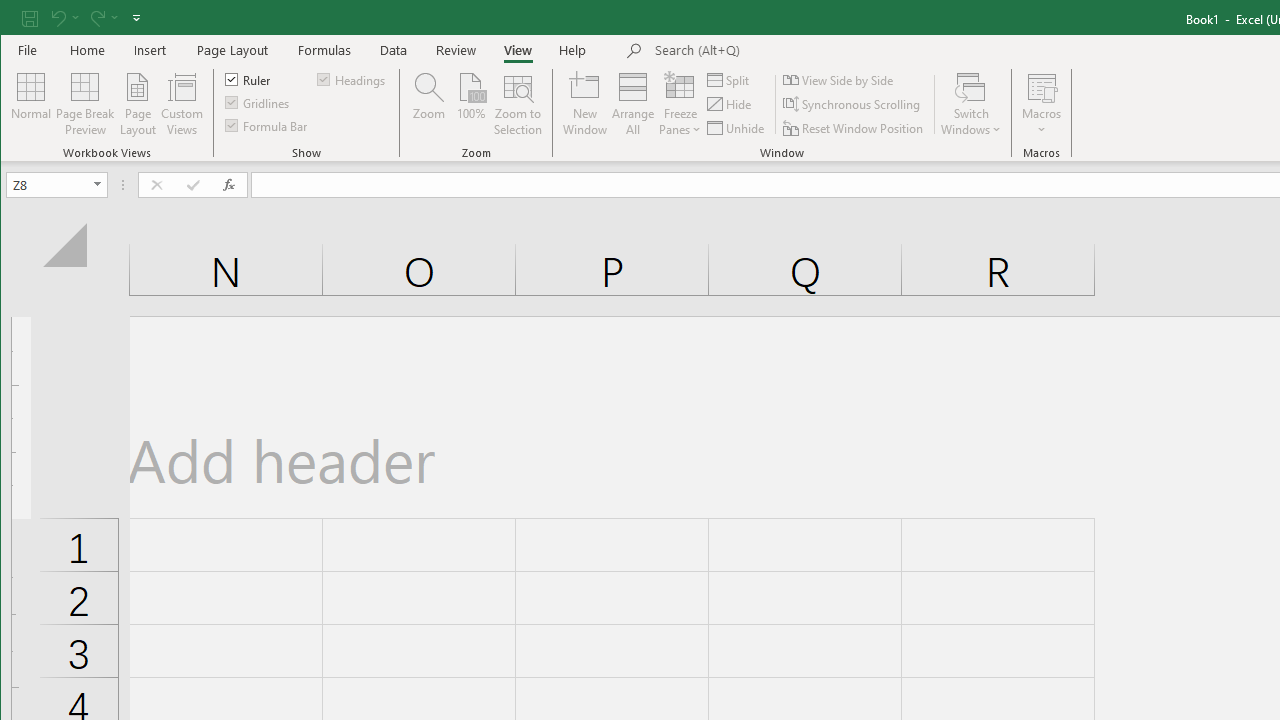 The height and width of the screenshot is (720, 1280). I want to click on 'Zoom...', so click(428, 104).